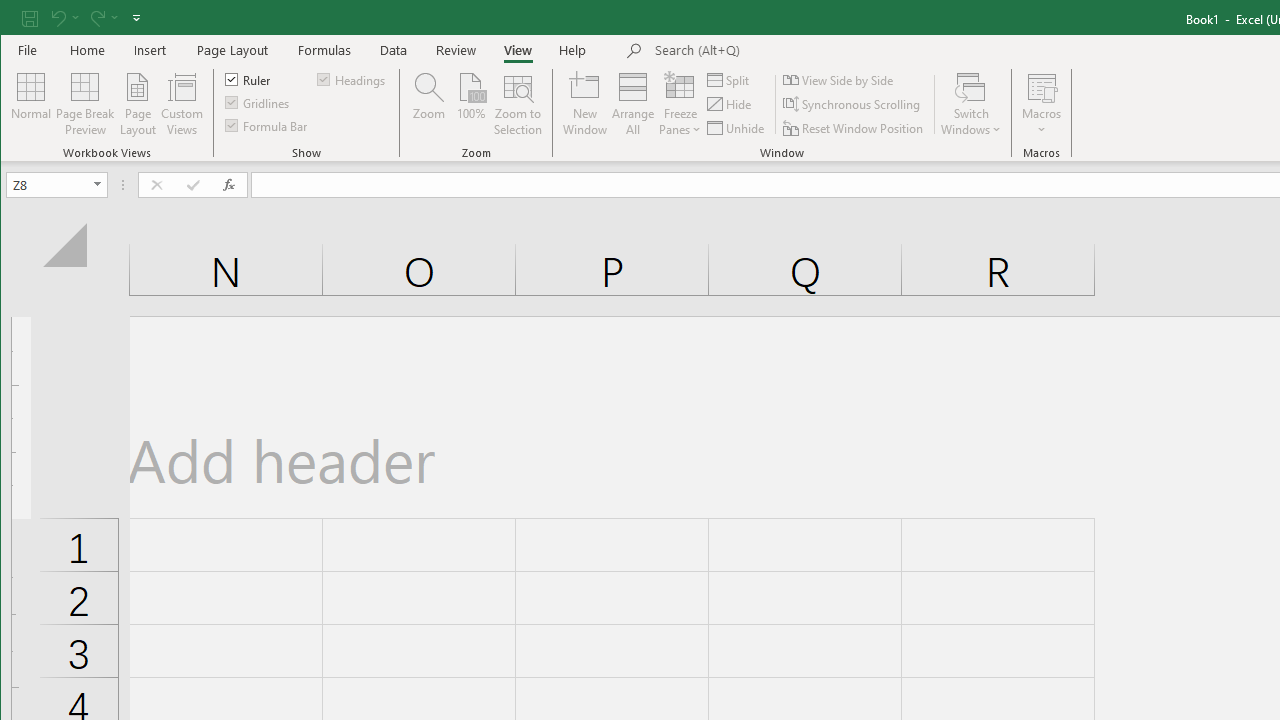 The height and width of the screenshot is (720, 1280). I want to click on 'Zoom...', so click(428, 104).